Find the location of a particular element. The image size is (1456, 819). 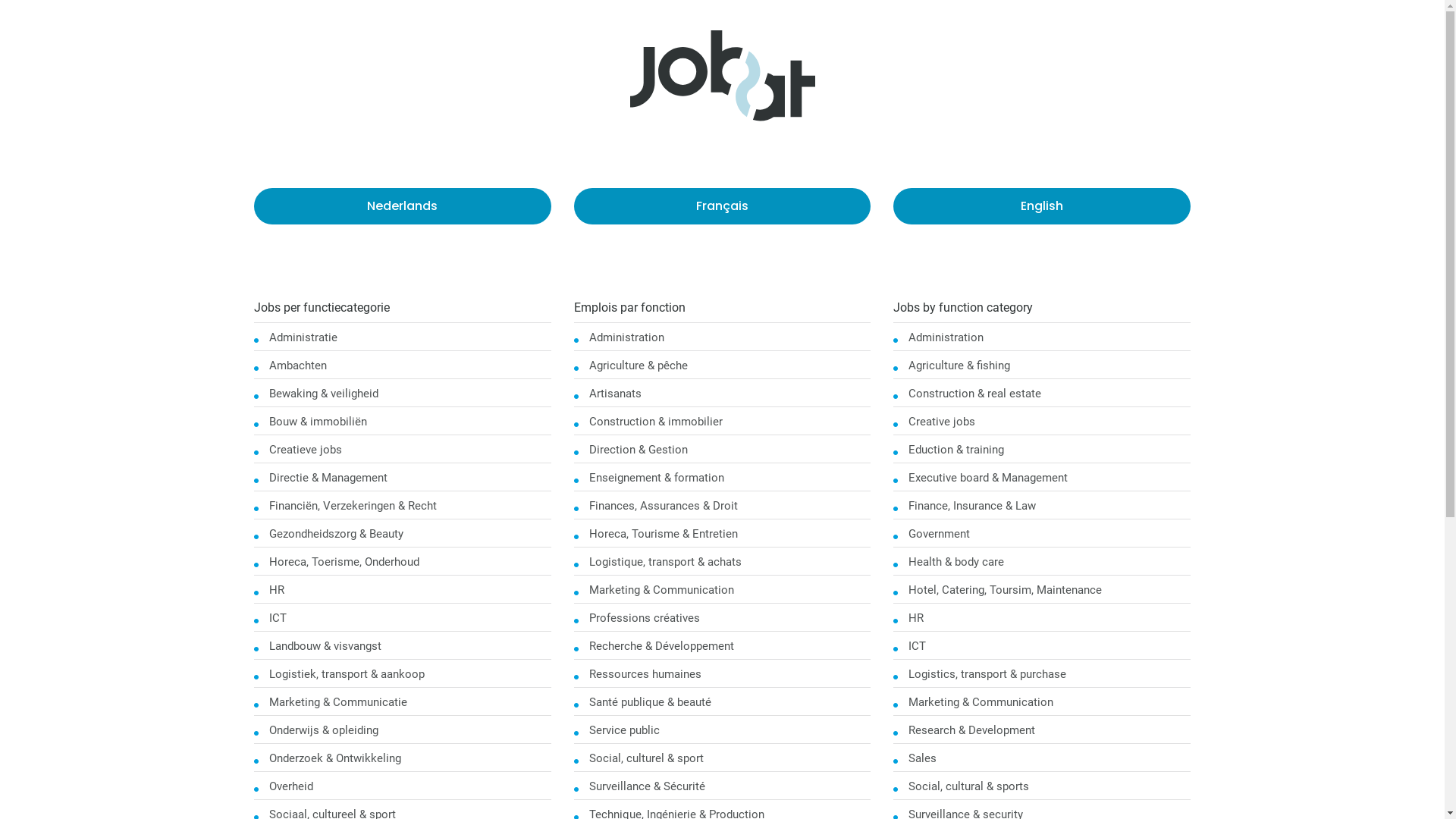

'Creatieve jobs' is located at coordinates (305, 449).